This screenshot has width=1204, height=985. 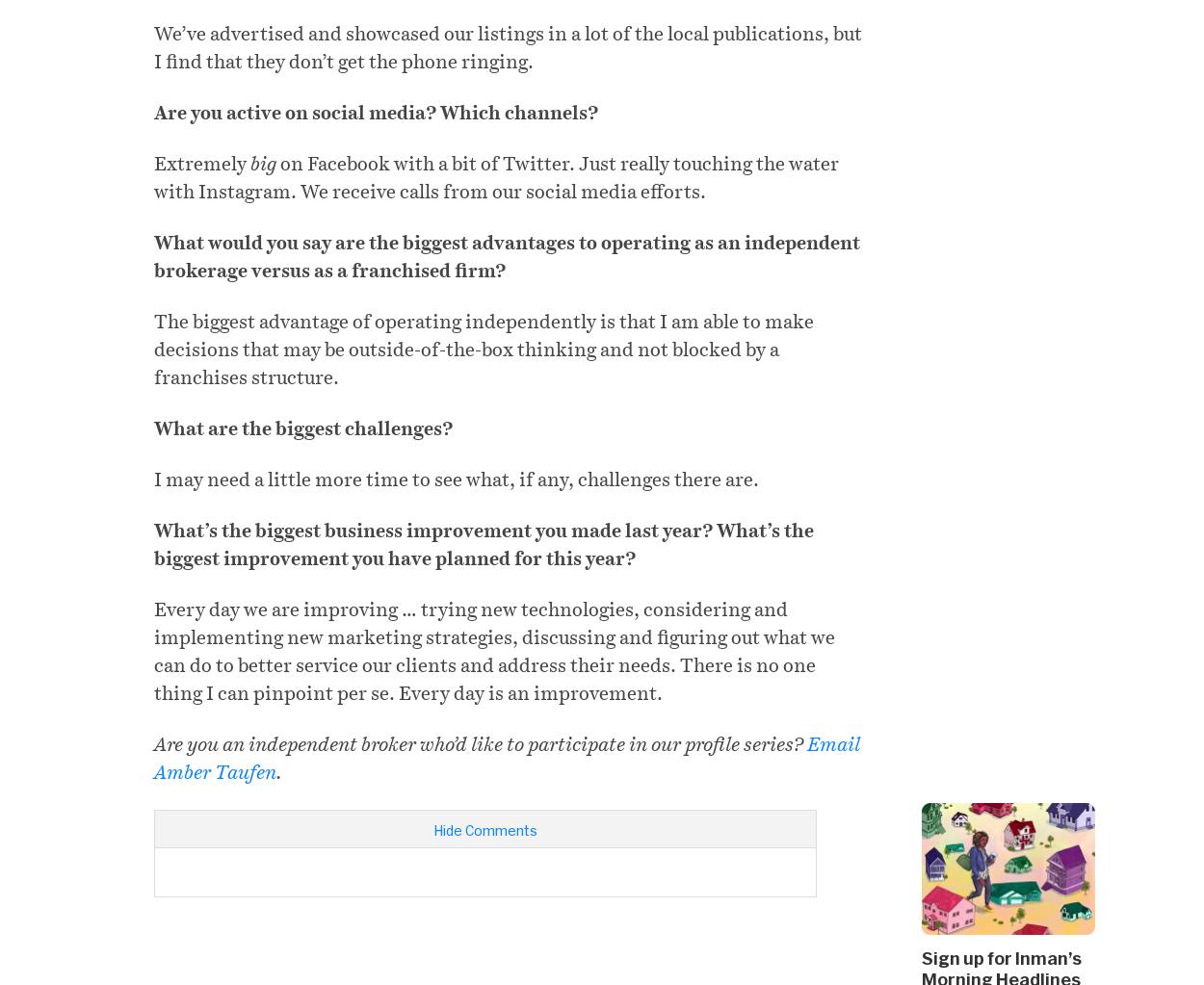 I want to click on 'The biggest advantage of operating independently is that I am able to make decisions that may be outside-of-the-box thinking and not blocked by a franchises structure.', so click(x=484, y=348).